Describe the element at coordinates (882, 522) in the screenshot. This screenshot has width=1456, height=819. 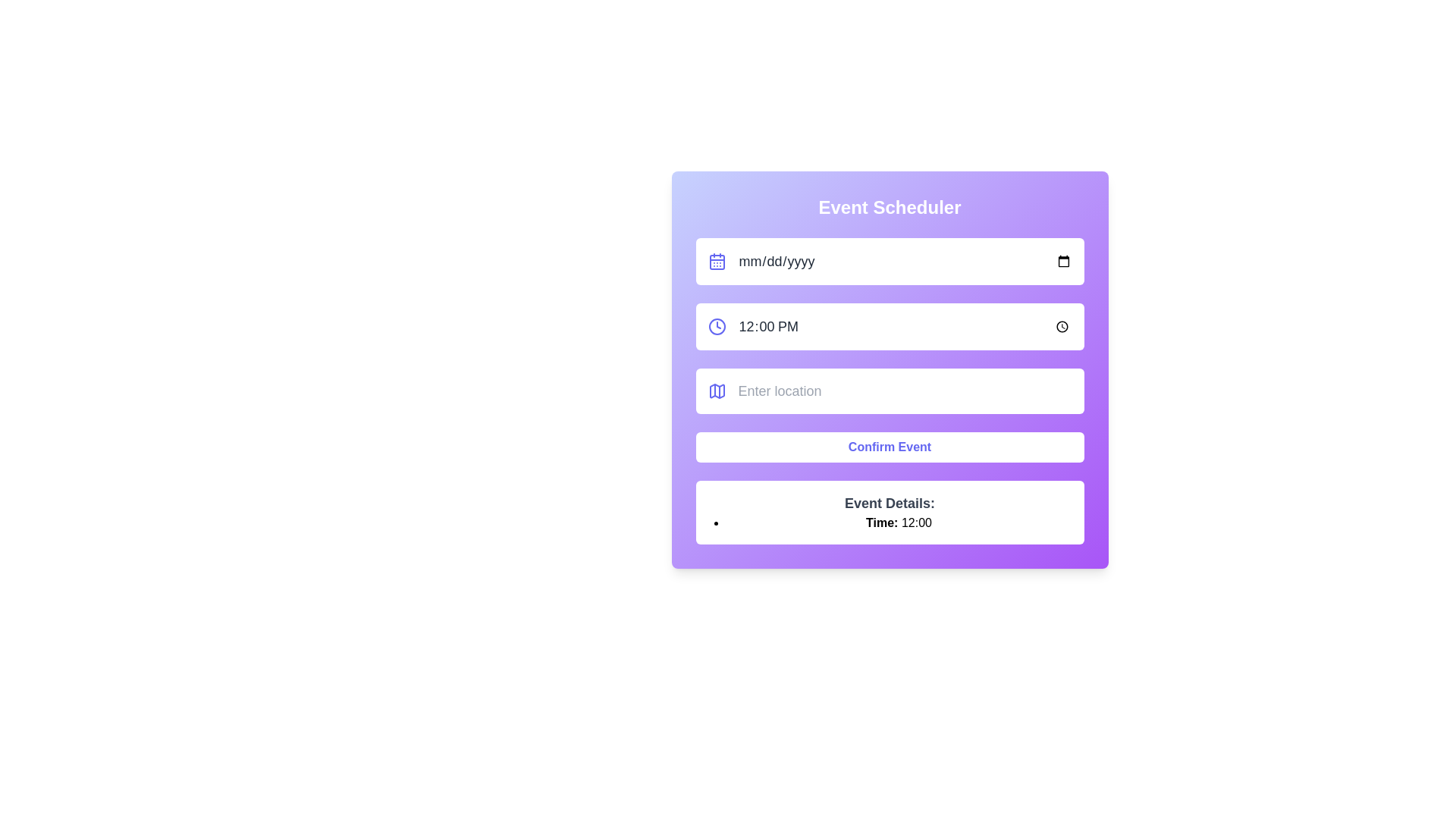
I see `the static text label that describes the associated time data '12:00', located in the 'Event Details:' block, to the left of the time information` at that location.